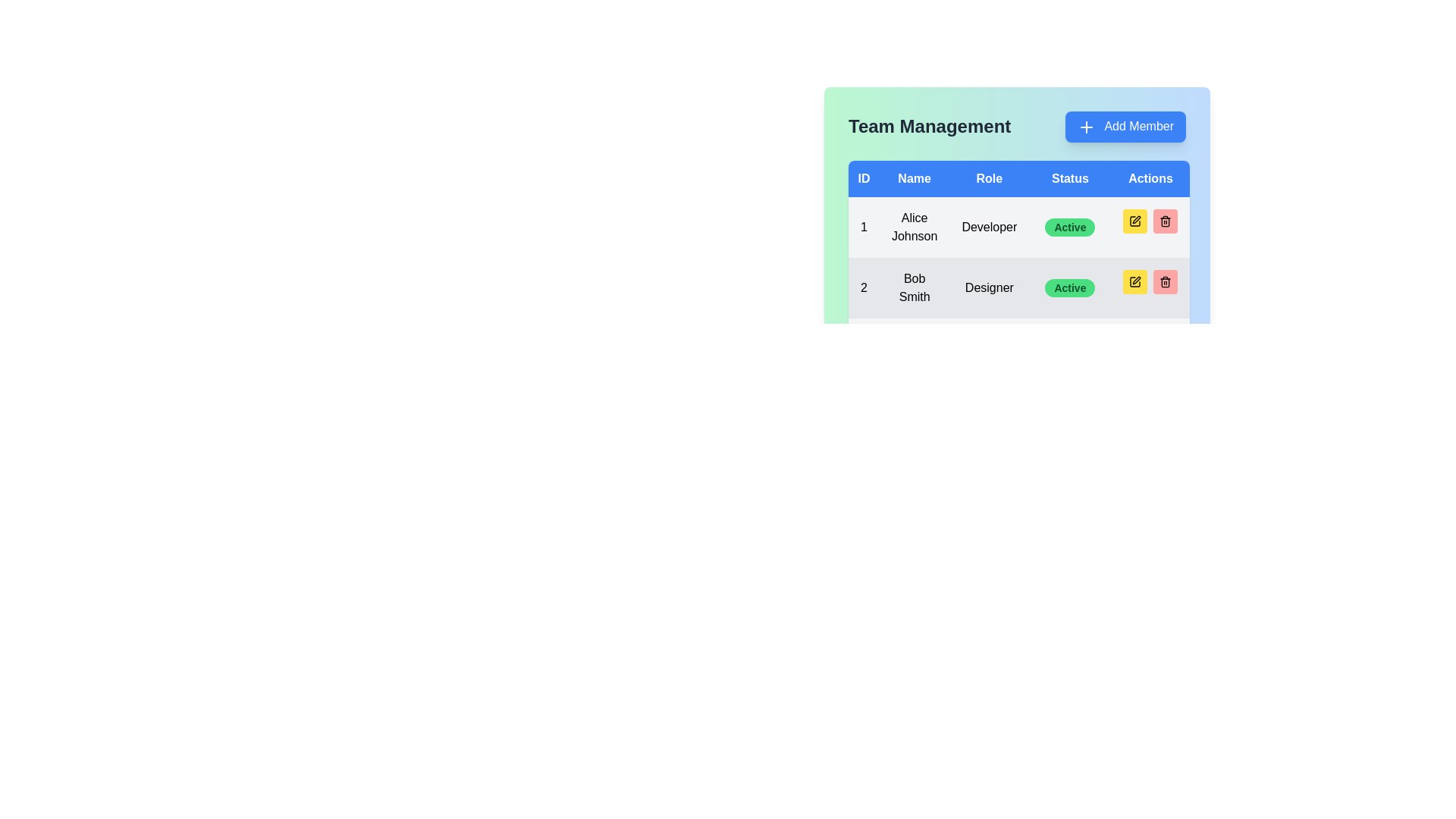 The height and width of the screenshot is (819, 1456). What do you see at coordinates (1069, 287) in the screenshot?
I see `the green badge labeled 'Active' indicating the status of 'Bob Smith' in the table` at bounding box center [1069, 287].